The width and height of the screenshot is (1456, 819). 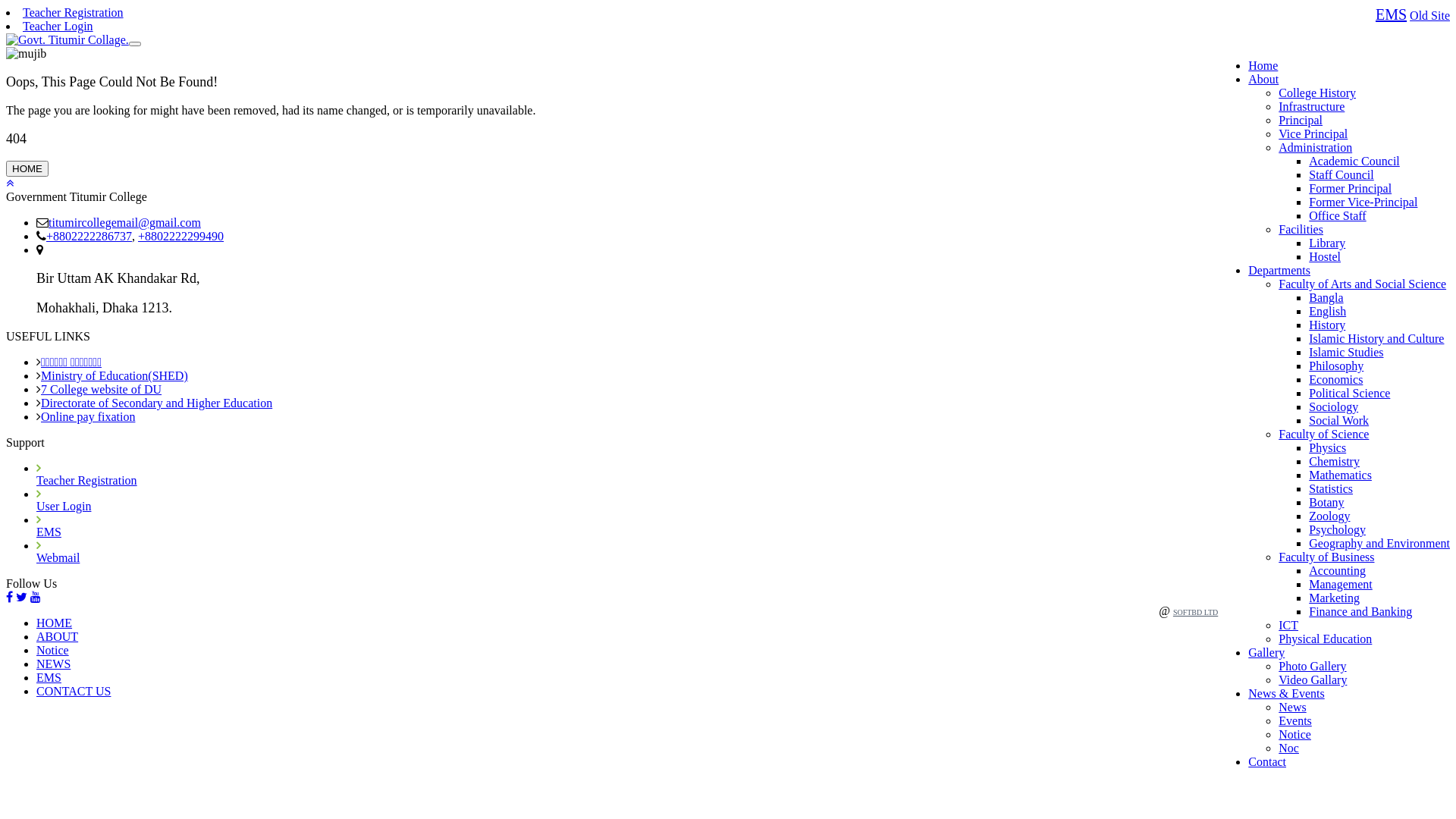 I want to click on 'Bangla', so click(x=1325, y=297).